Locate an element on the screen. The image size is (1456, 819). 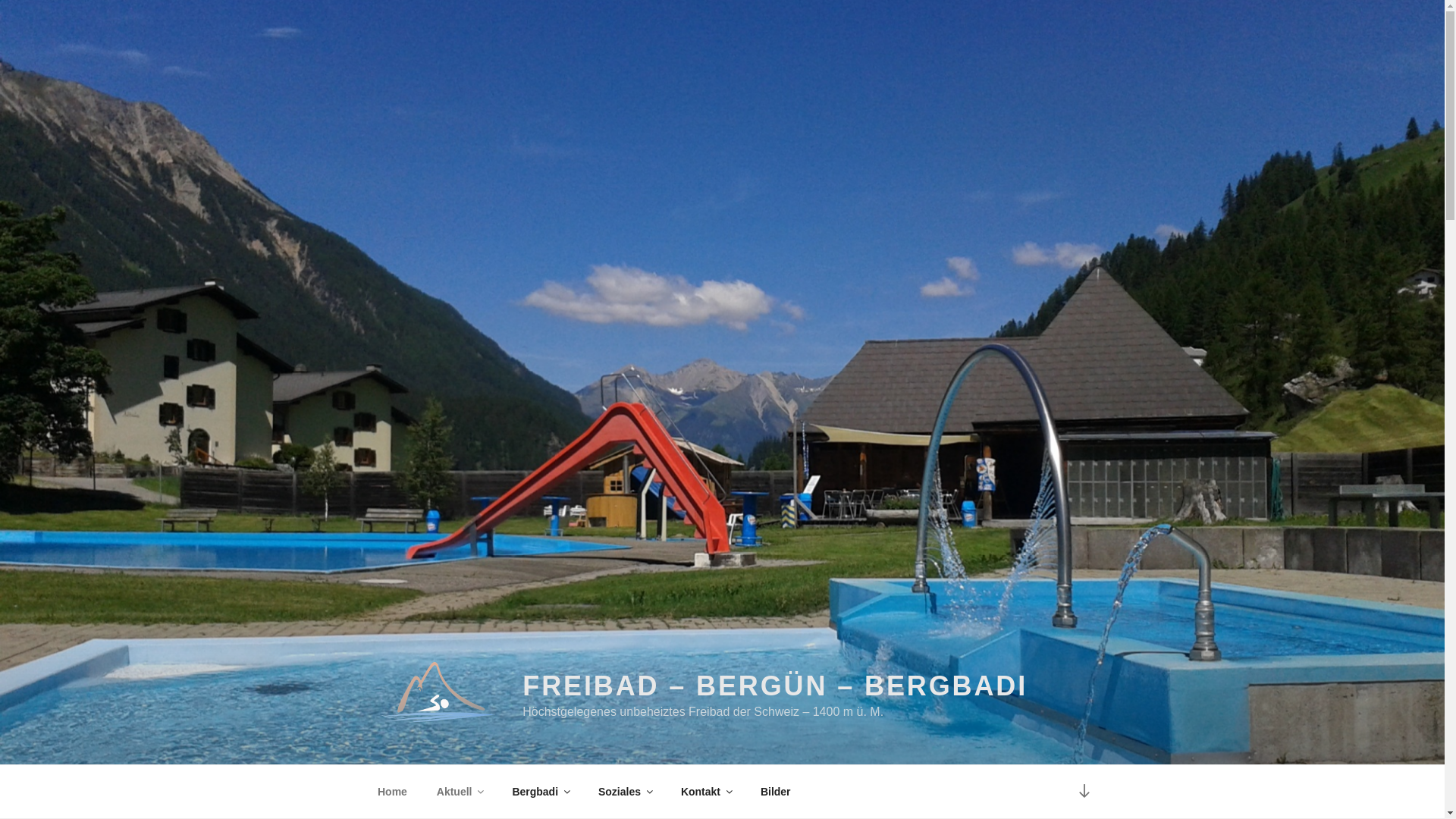
'Zum Inhalt nach unten scrollen' is located at coordinates (1065, 790).